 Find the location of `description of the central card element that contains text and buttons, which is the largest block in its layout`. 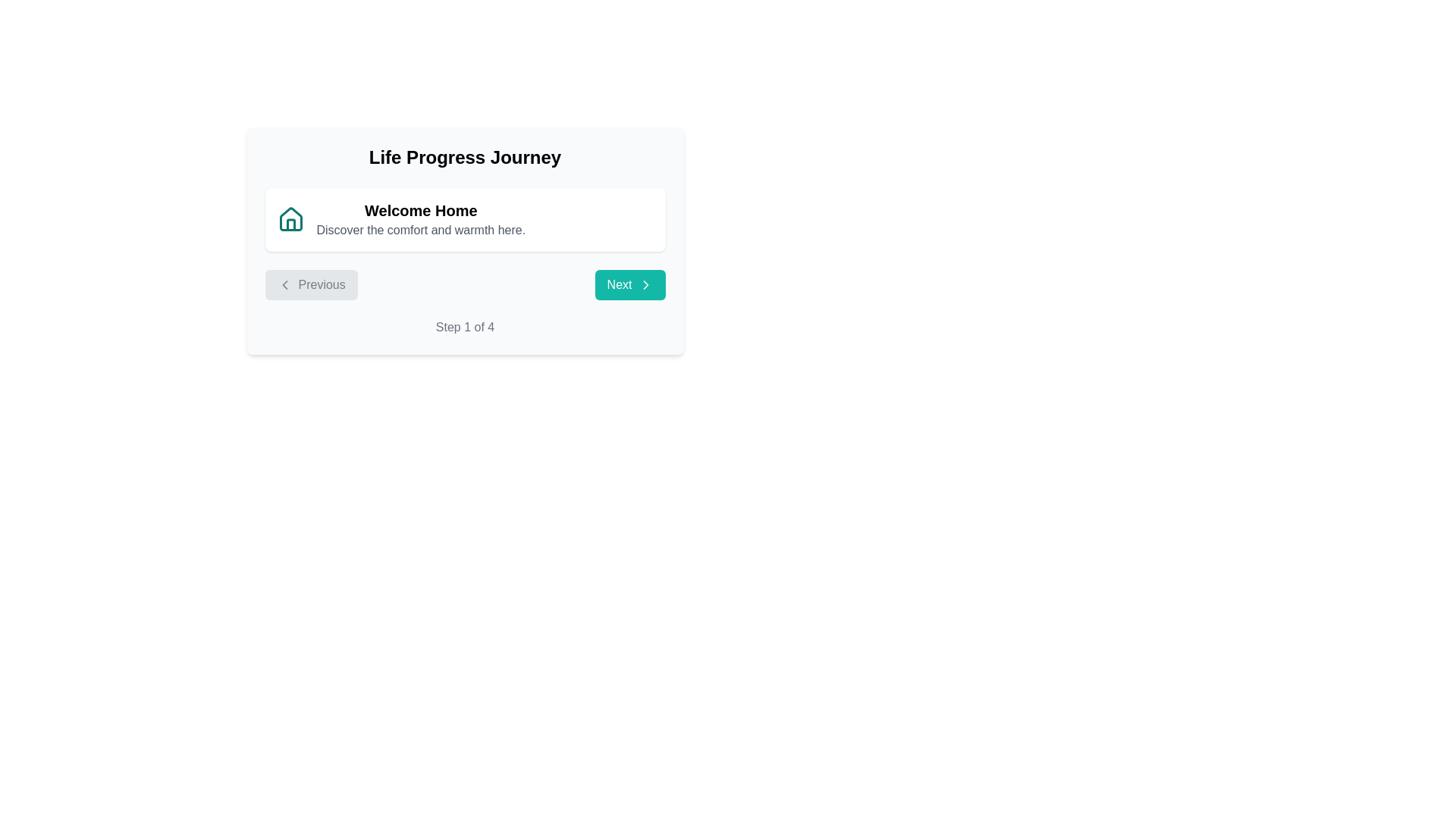

description of the central card element that contains text and buttons, which is the largest block in its layout is located at coordinates (464, 240).